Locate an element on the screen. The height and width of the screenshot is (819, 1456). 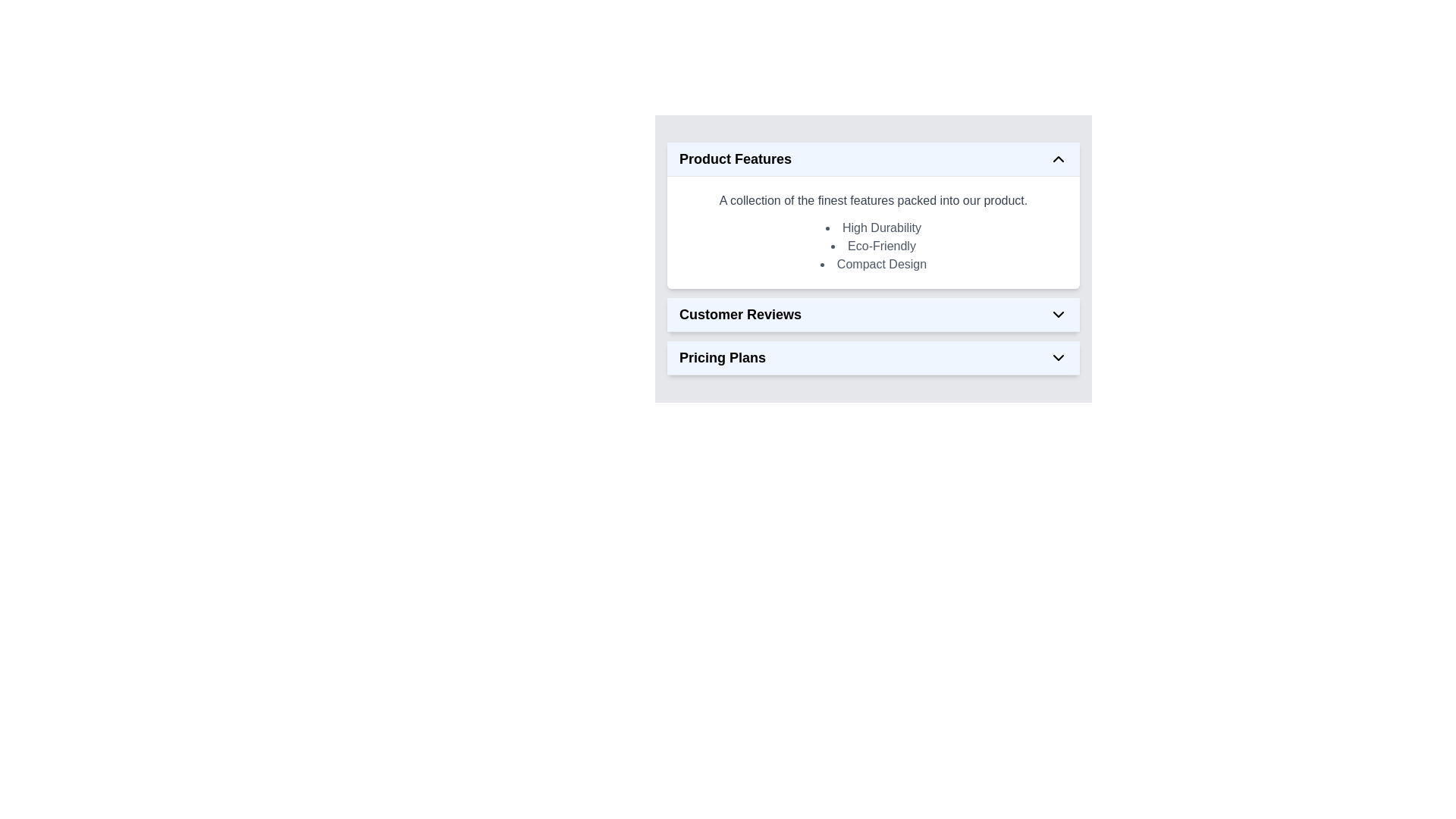
the third item in the bullet list under the 'Product Features' section, which describes a specific feature of the product is located at coordinates (874, 263).